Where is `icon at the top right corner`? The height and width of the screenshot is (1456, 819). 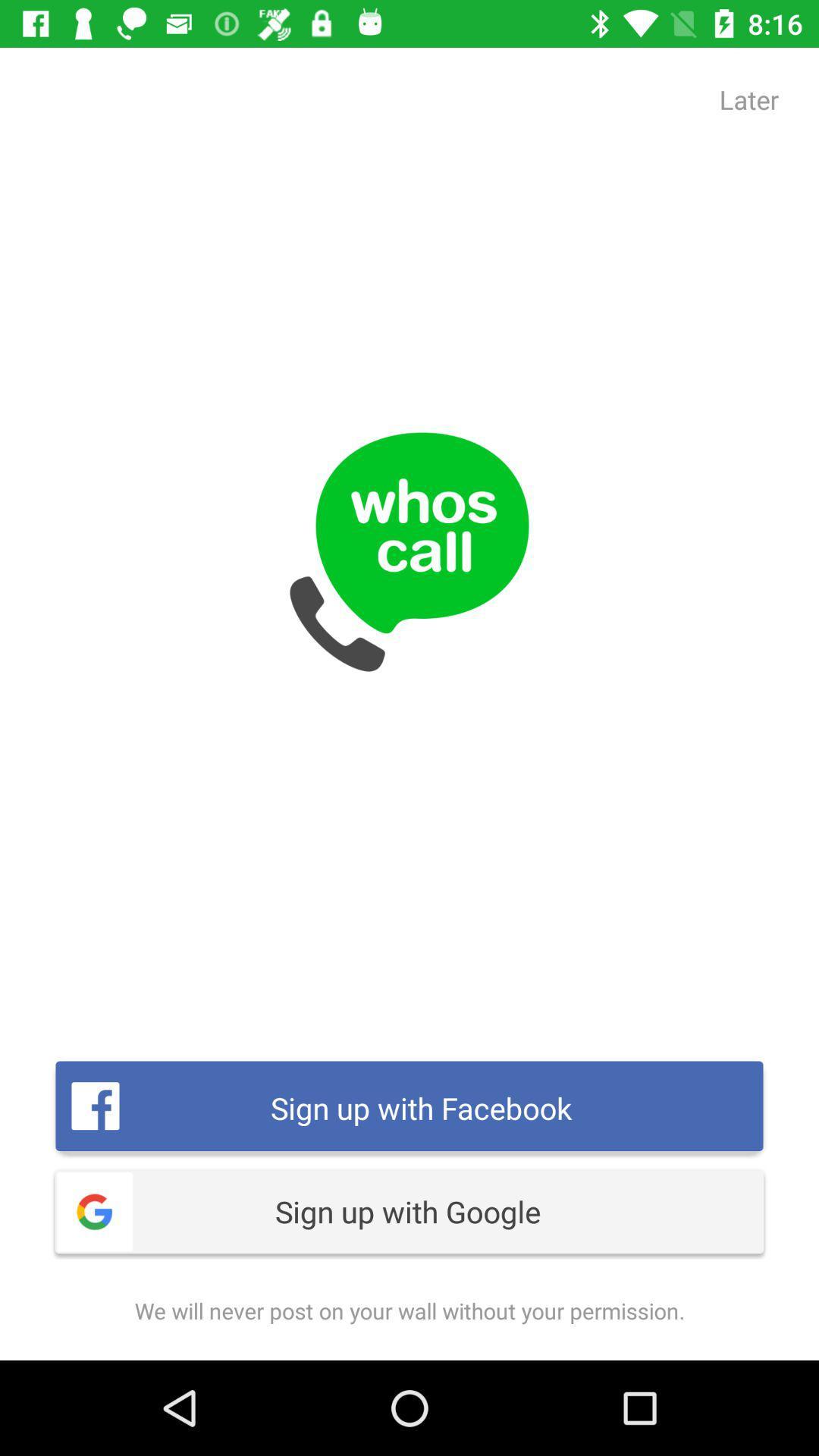
icon at the top right corner is located at coordinates (748, 99).